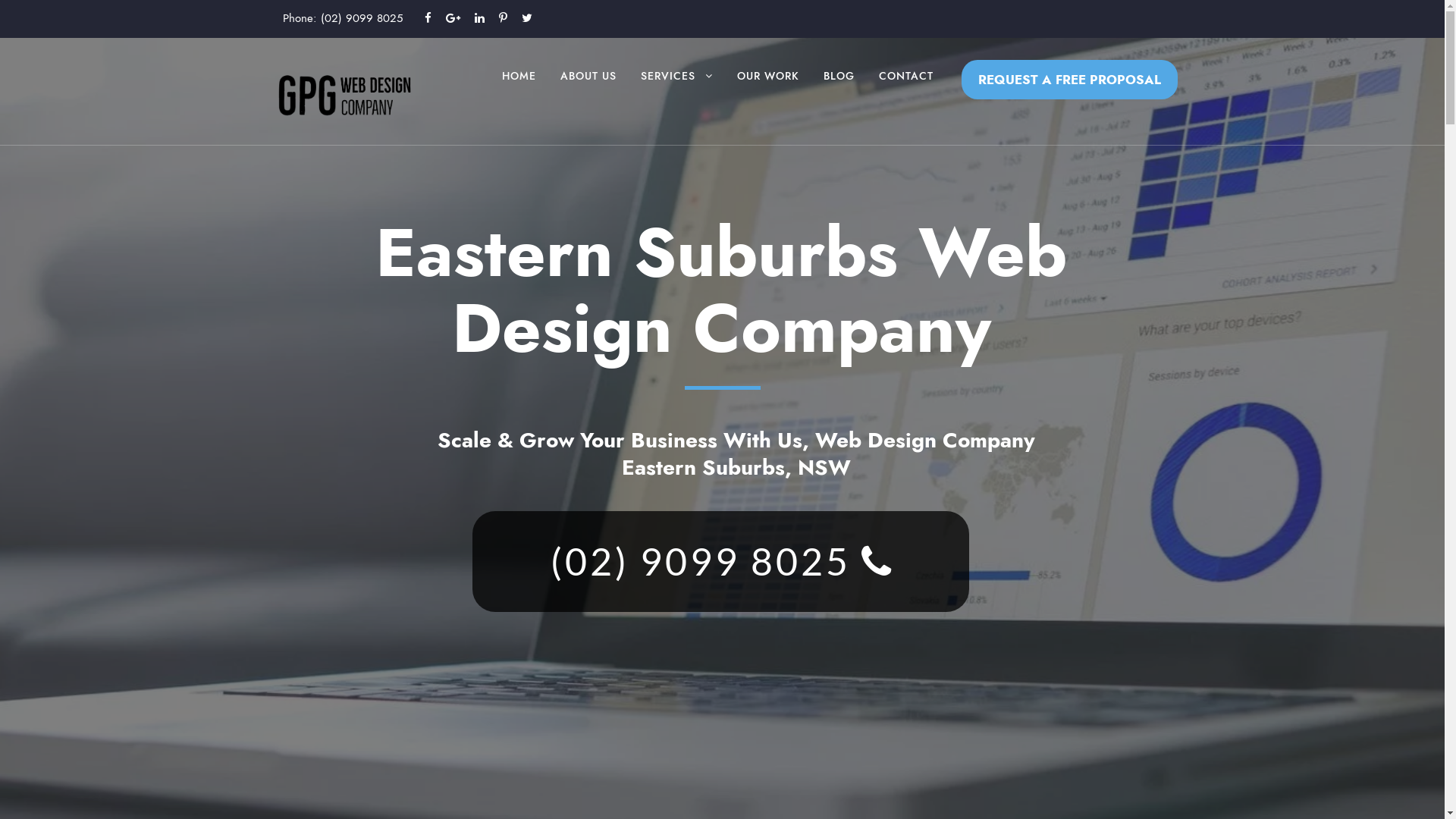  Describe the element at coordinates (586, 90) in the screenshot. I see `'ABOUT US'` at that location.